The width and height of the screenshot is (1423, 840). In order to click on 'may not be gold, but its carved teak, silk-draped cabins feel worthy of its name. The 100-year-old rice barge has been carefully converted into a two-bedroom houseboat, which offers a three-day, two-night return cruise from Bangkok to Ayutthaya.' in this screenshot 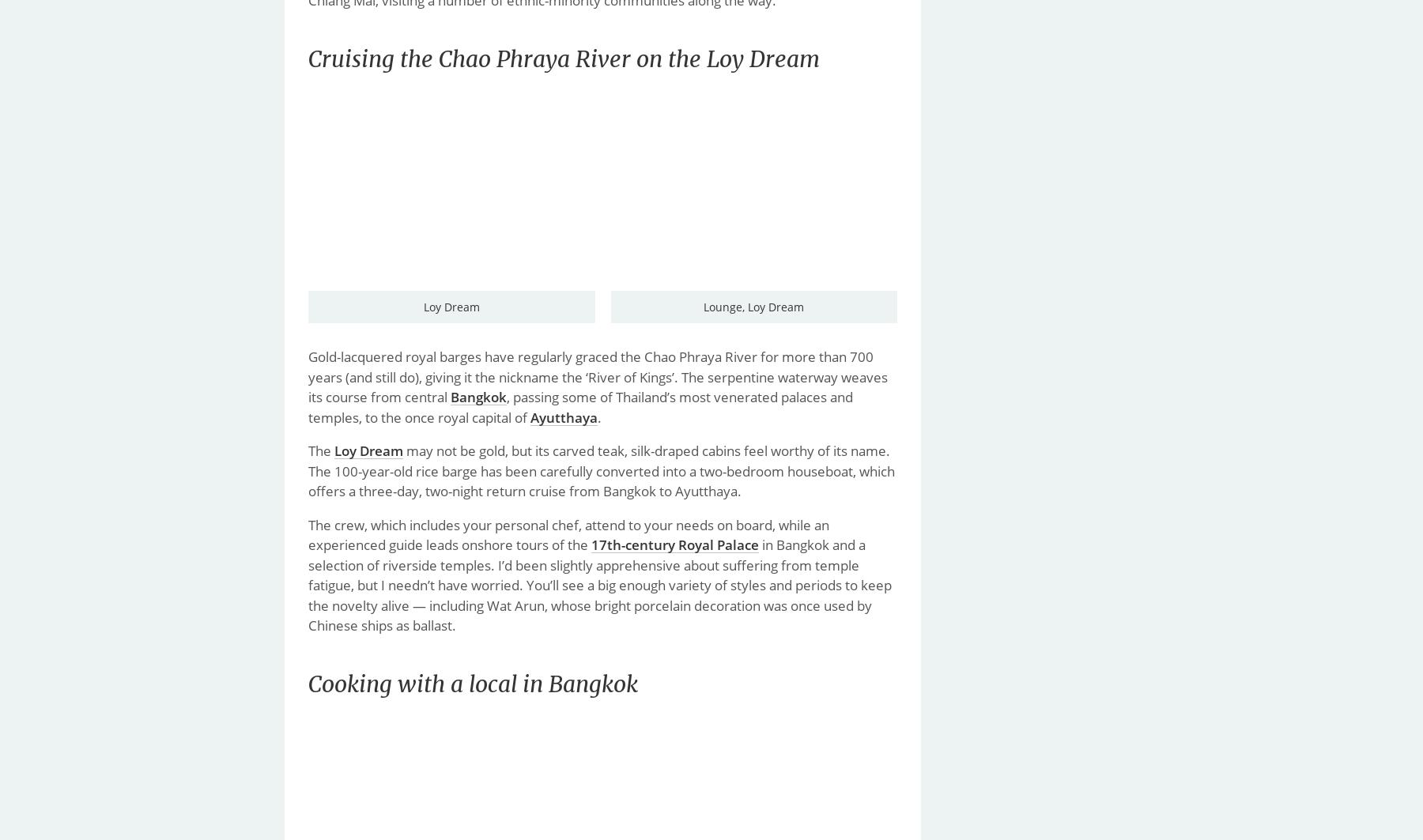, I will do `click(601, 470)`.